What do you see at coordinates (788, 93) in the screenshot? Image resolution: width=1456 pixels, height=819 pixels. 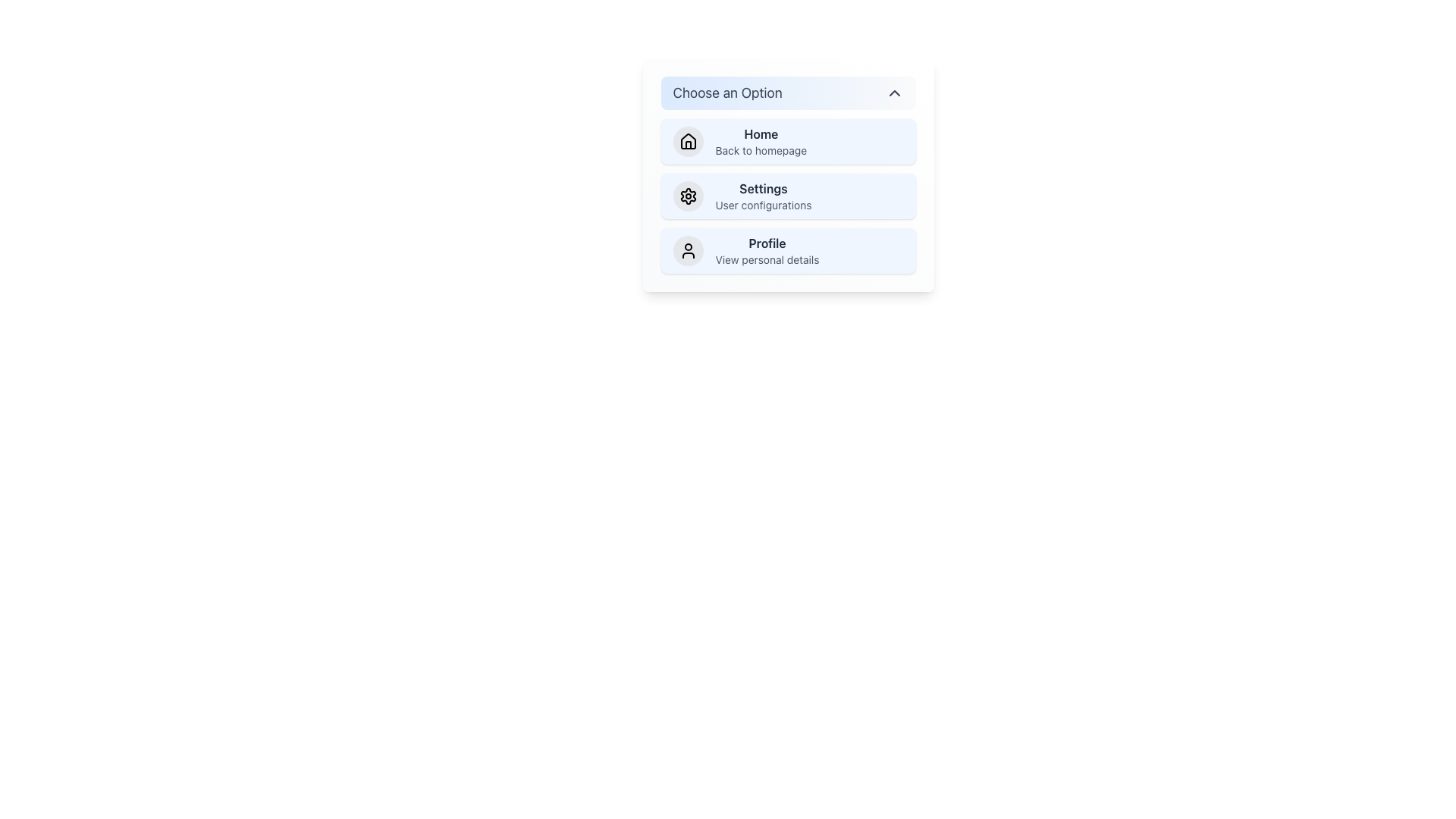 I see `the Dropdown toggle button labeled 'Choose an Option'` at bounding box center [788, 93].